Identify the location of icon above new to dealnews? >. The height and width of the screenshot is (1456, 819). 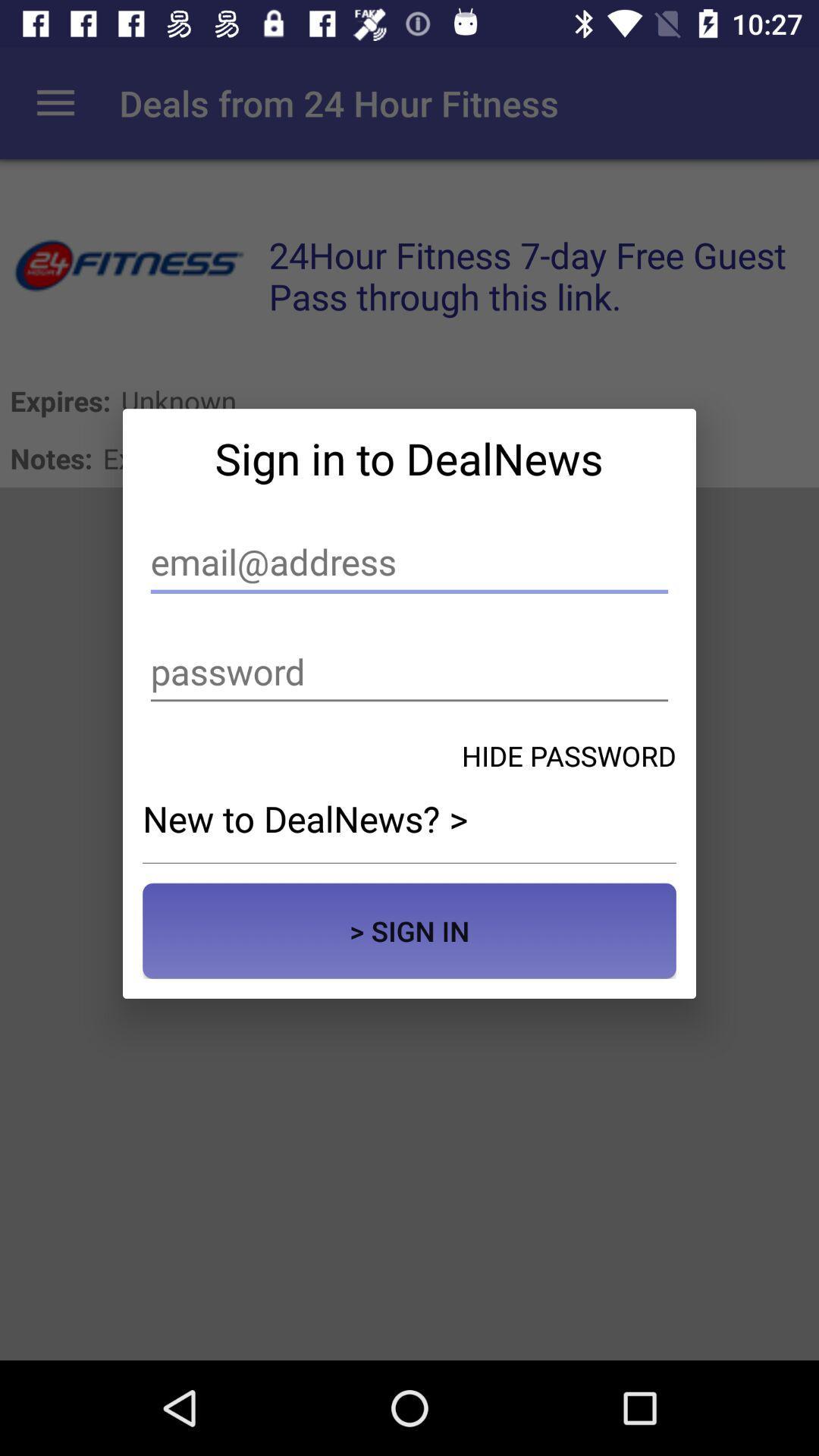
(569, 755).